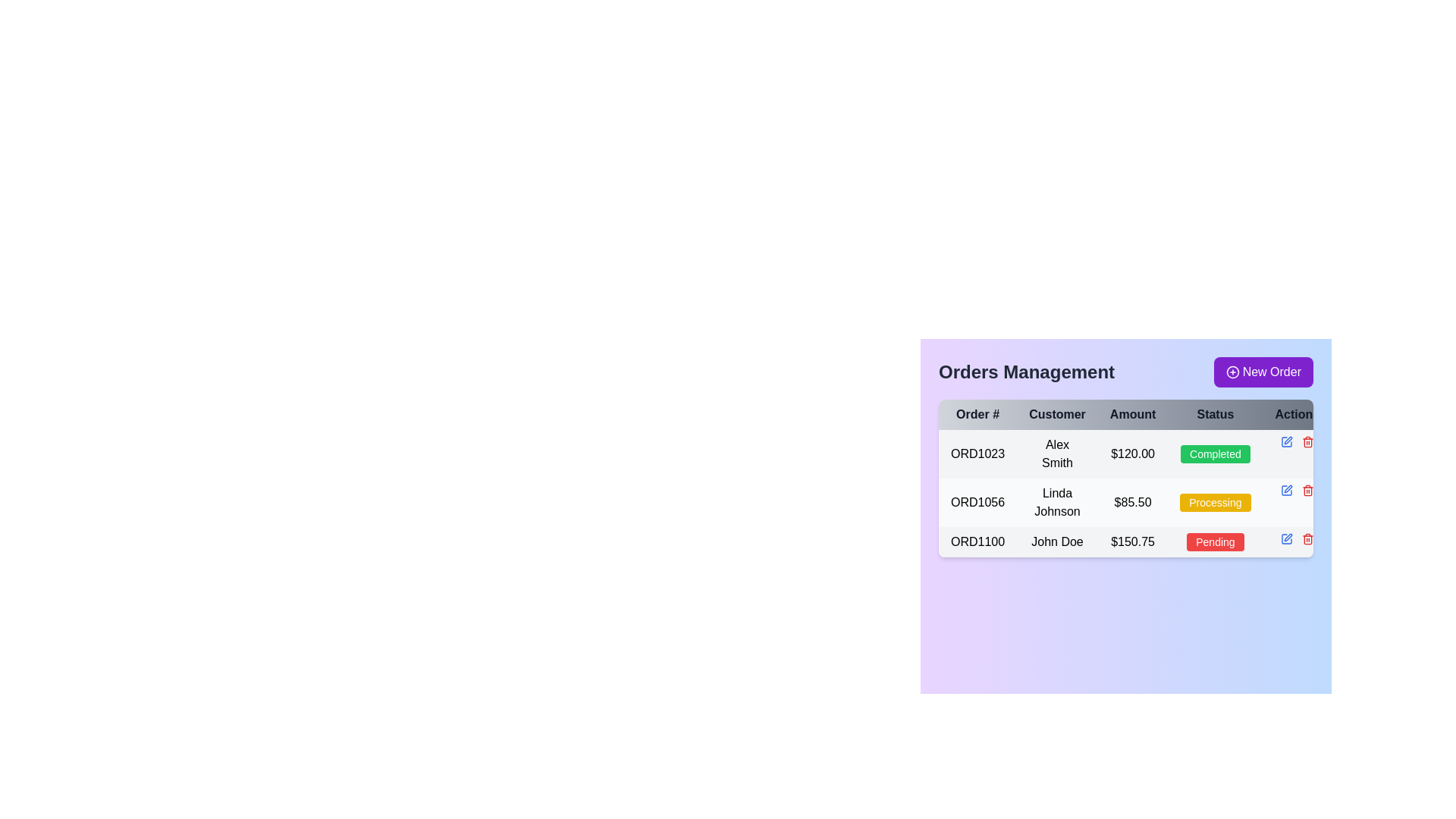 The height and width of the screenshot is (819, 1456). I want to click on the static text element displaying the total amount for order 'ORD1056' made by 'Linda Johnson' in the 'Orders Management' section, so click(1133, 503).